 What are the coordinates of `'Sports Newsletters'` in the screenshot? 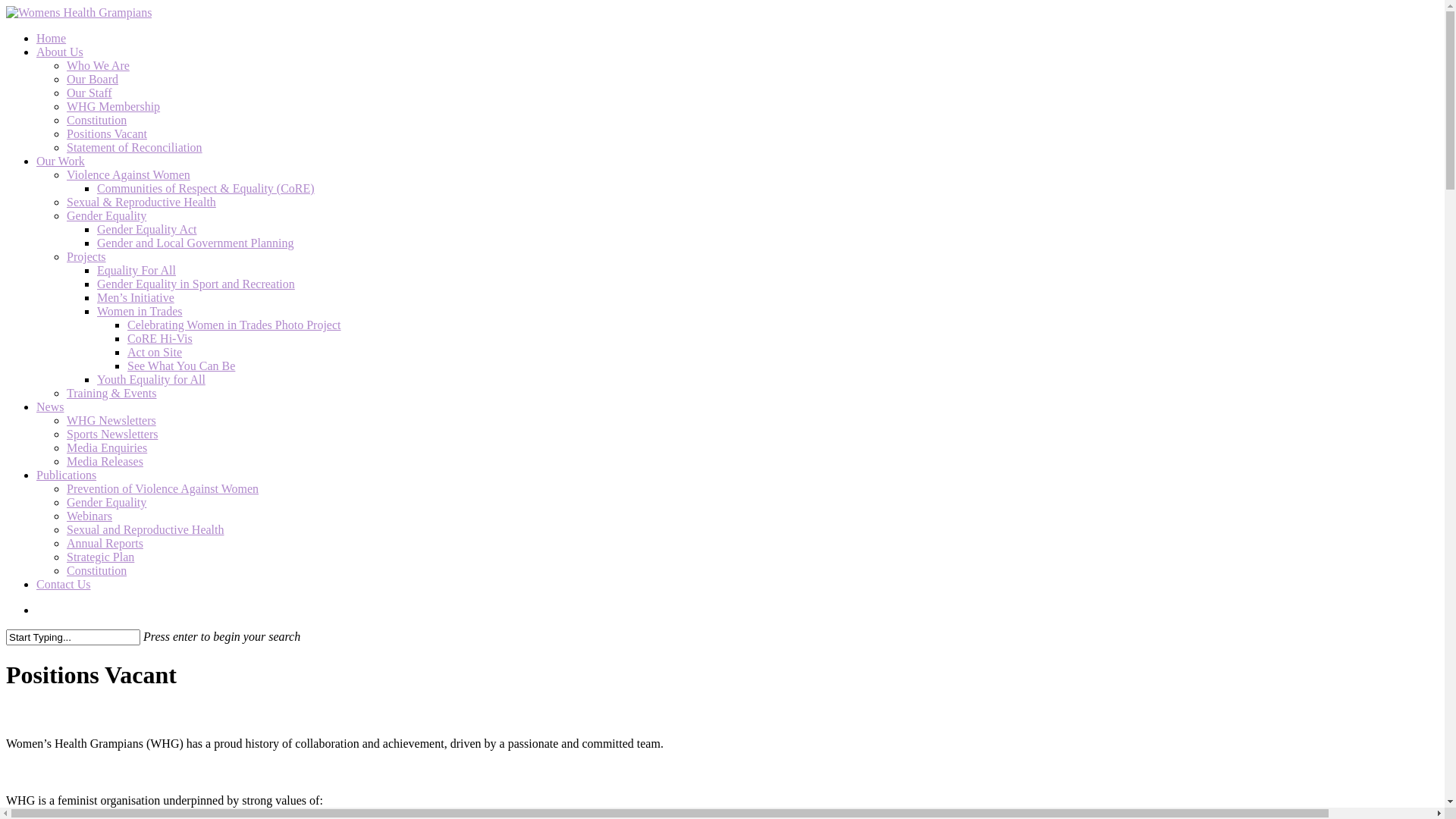 It's located at (111, 434).